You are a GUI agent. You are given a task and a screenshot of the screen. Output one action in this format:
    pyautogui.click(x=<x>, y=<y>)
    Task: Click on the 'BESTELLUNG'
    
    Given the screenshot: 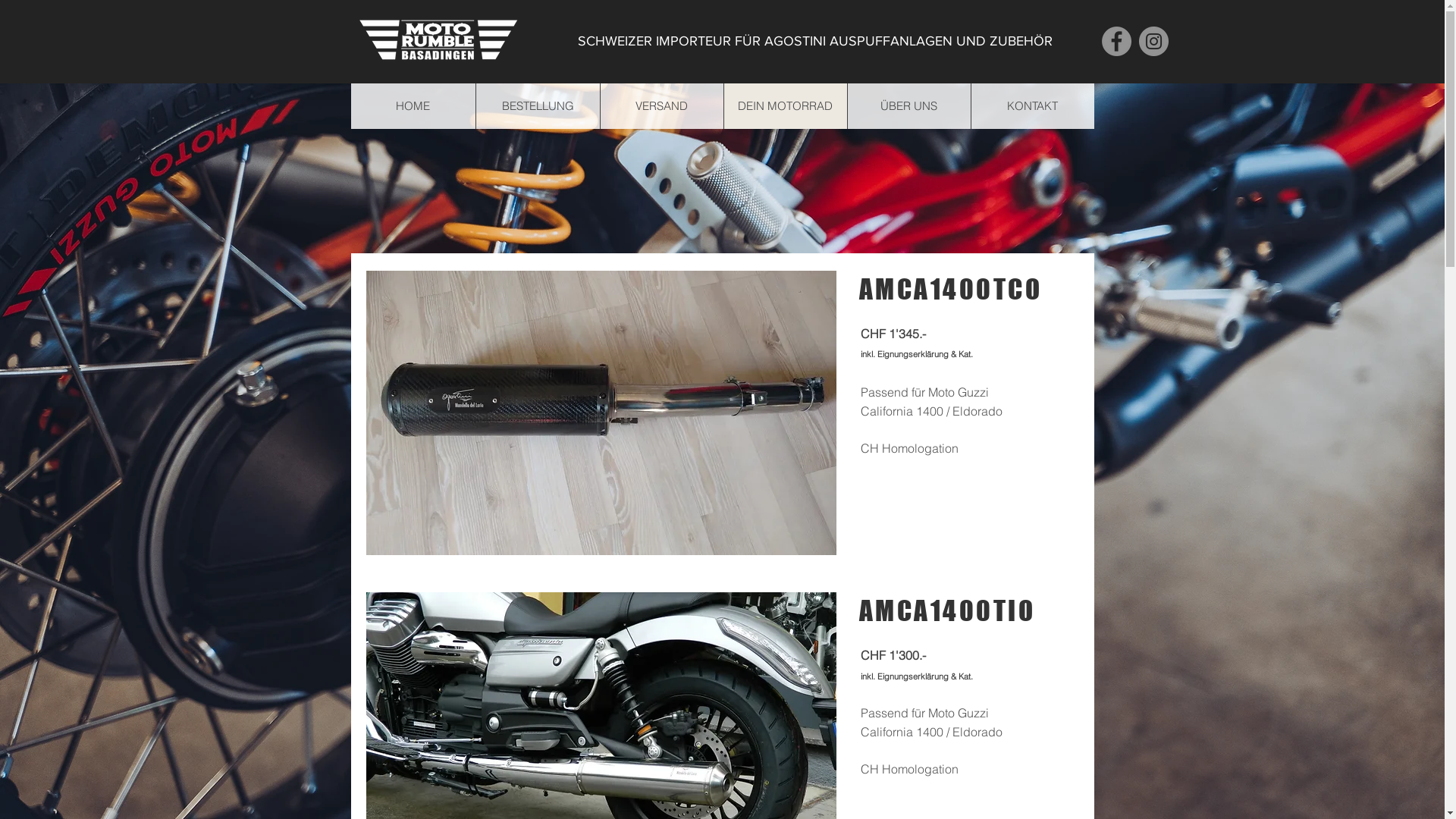 What is the action you would take?
    pyautogui.click(x=537, y=105)
    